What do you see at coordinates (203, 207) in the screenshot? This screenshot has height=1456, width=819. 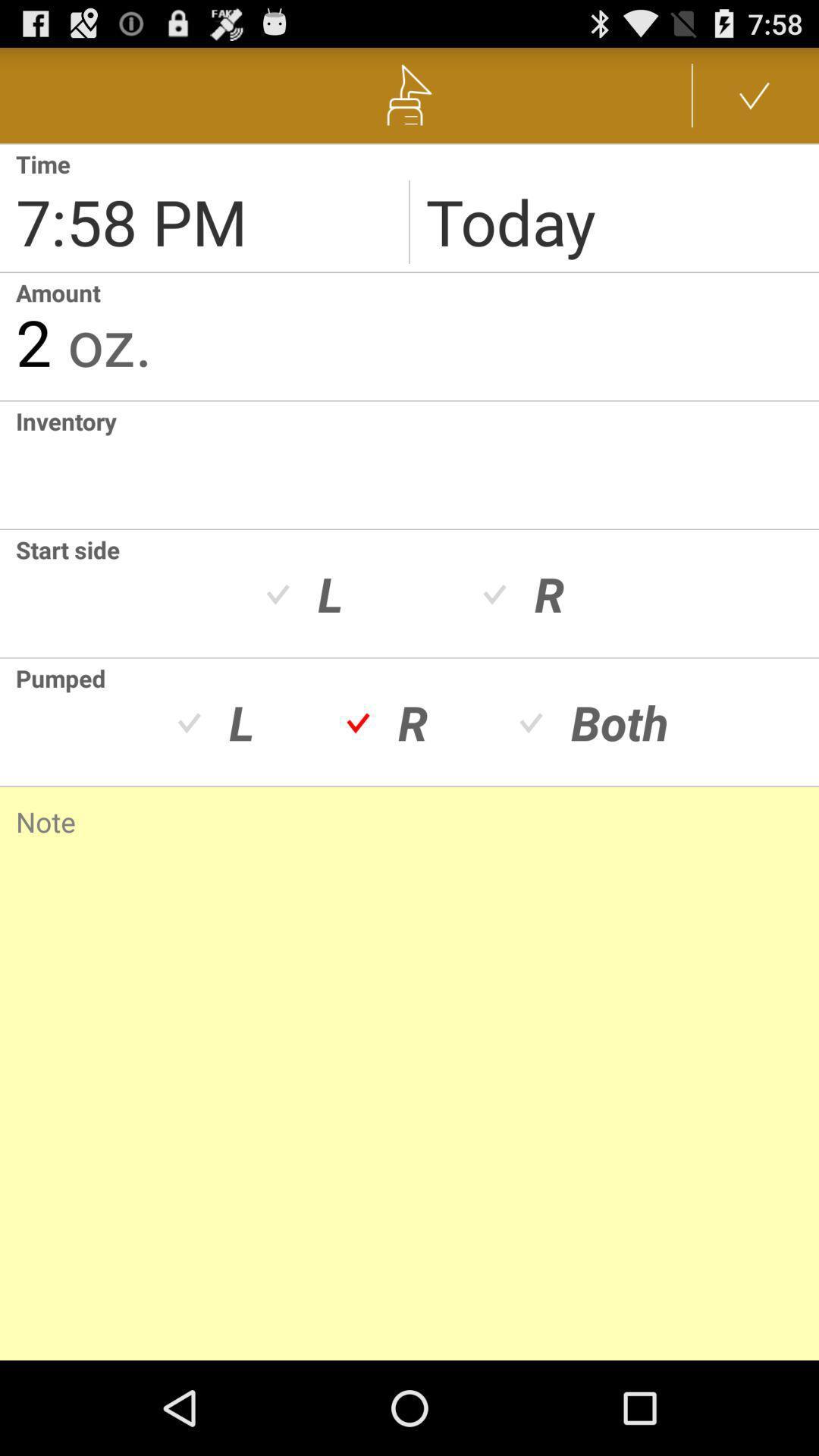 I see `present time` at bounding box center [203, 207].